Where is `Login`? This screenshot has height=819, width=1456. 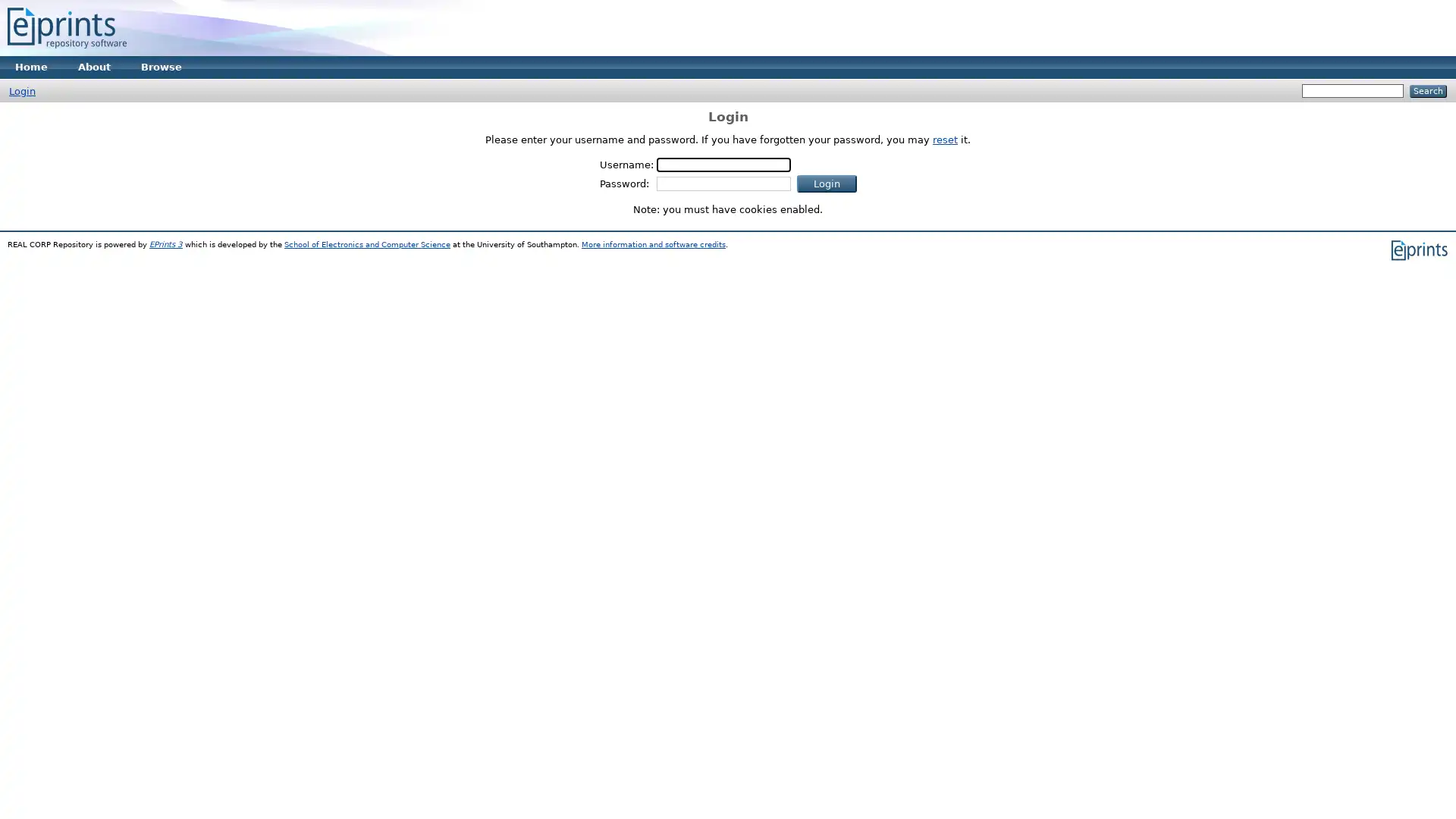 Login is located at coordinates (825, 182).